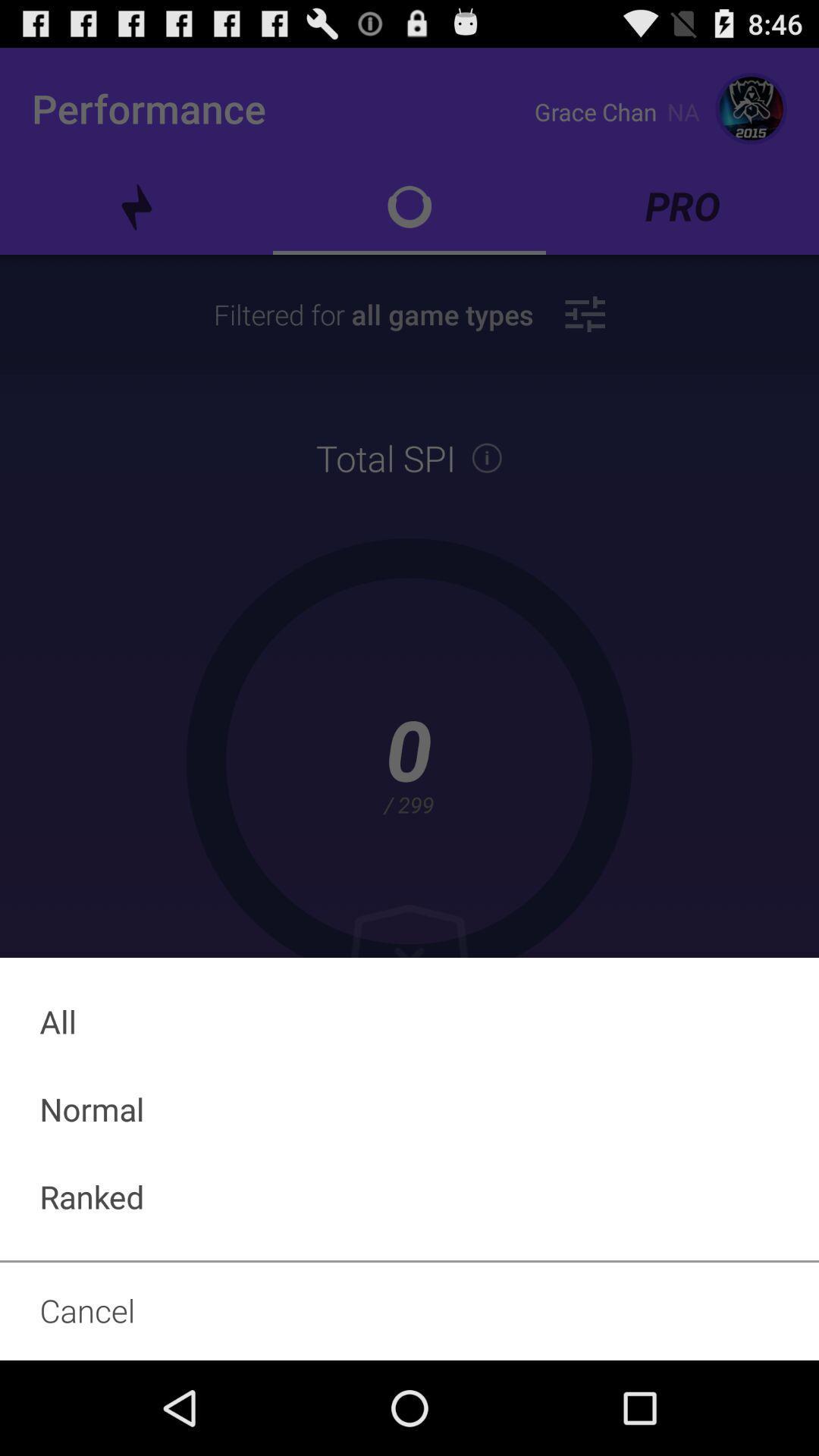 Image resolution: width=819 pixels, height=1456 pixels. Describe the element at coordinates (409, 1109) in the screenshot. I see `icon above ranked item` at that location.